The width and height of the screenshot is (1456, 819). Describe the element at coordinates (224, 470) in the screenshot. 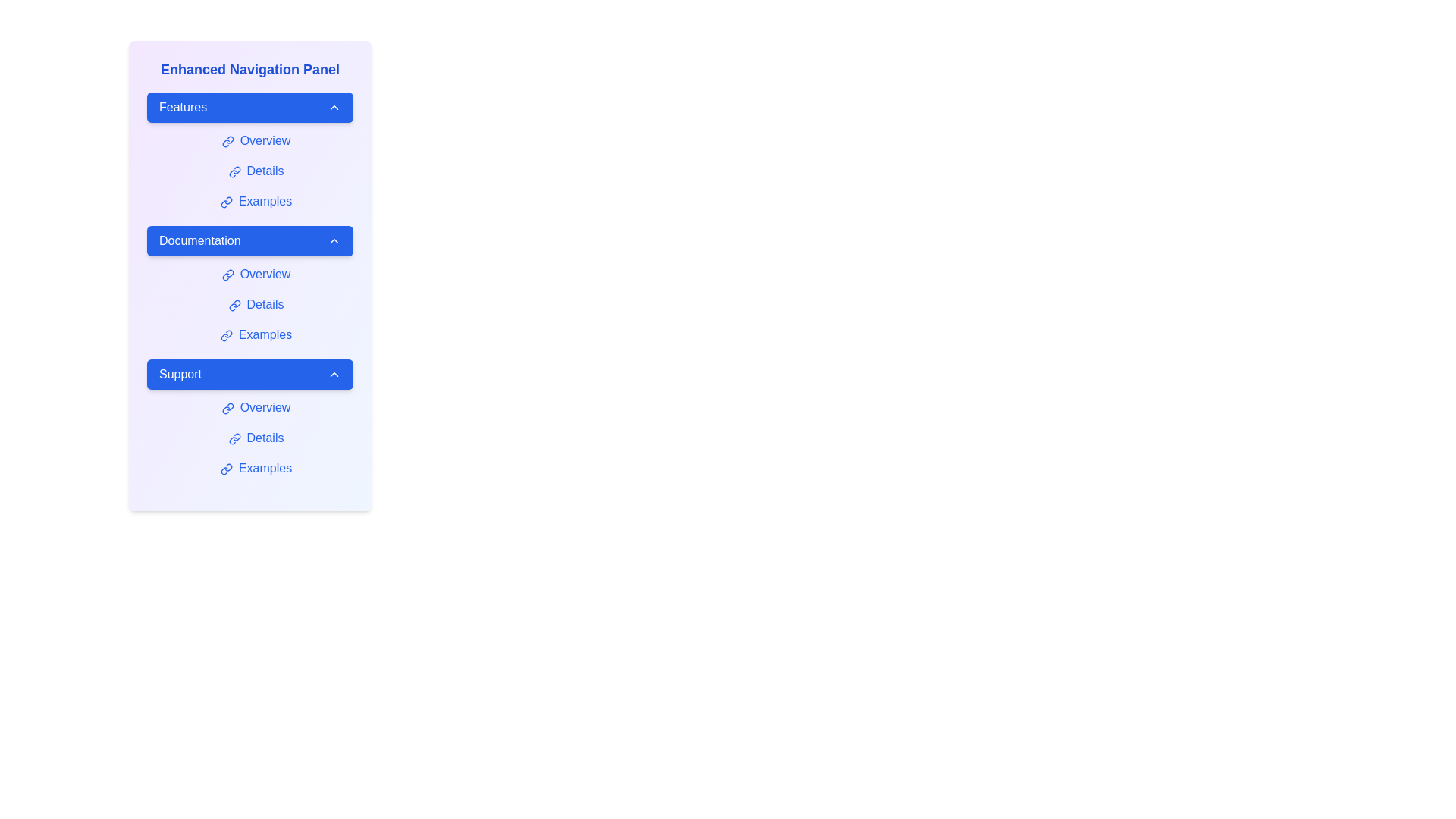

I see `the decorative vector graphic depicting a link icon located in the 'Support' section next to the 'Examples' label in the navigation sidebar` at that location.